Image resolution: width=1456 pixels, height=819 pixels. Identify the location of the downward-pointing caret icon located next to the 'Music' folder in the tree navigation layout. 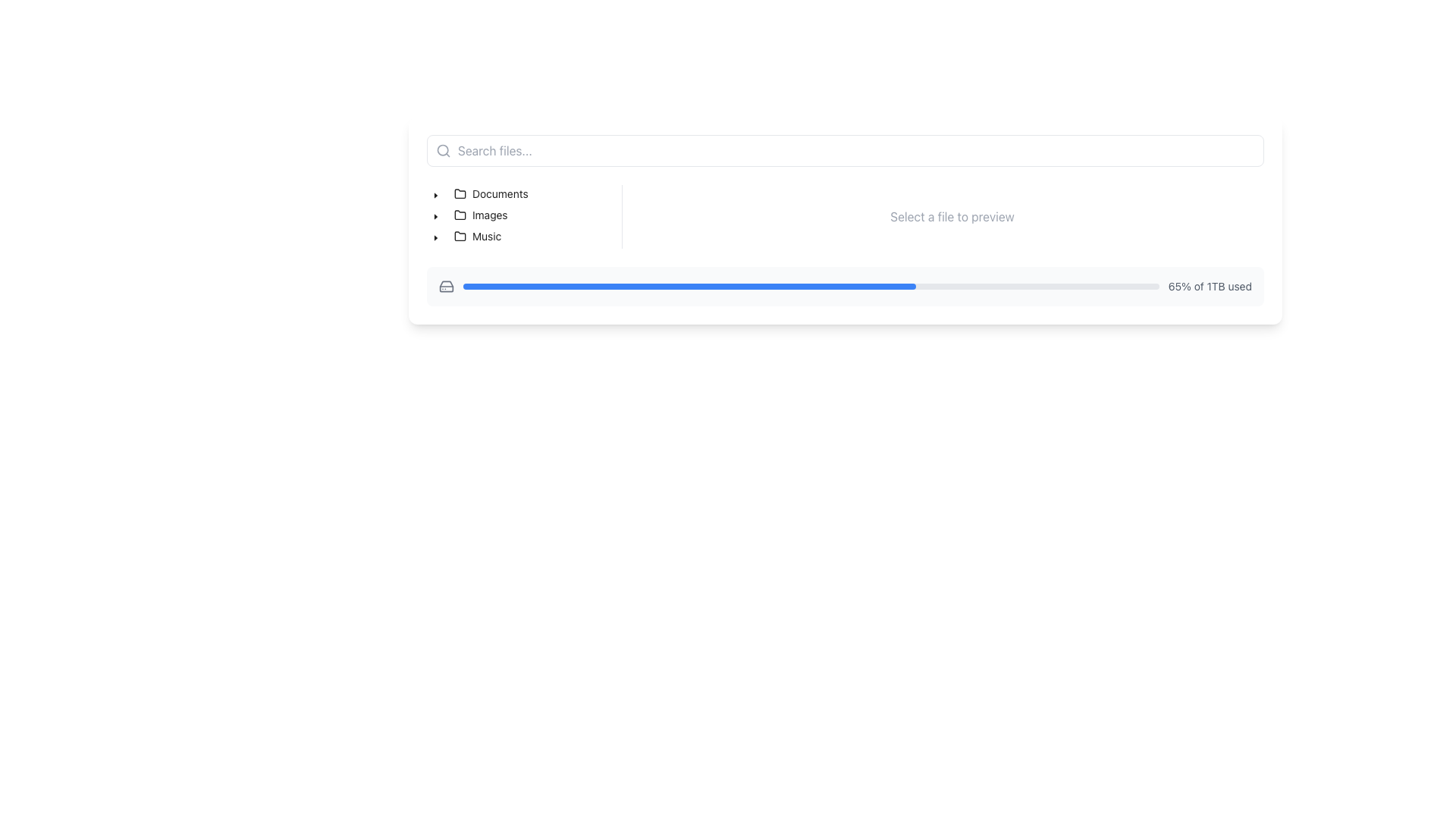
(435, 237).